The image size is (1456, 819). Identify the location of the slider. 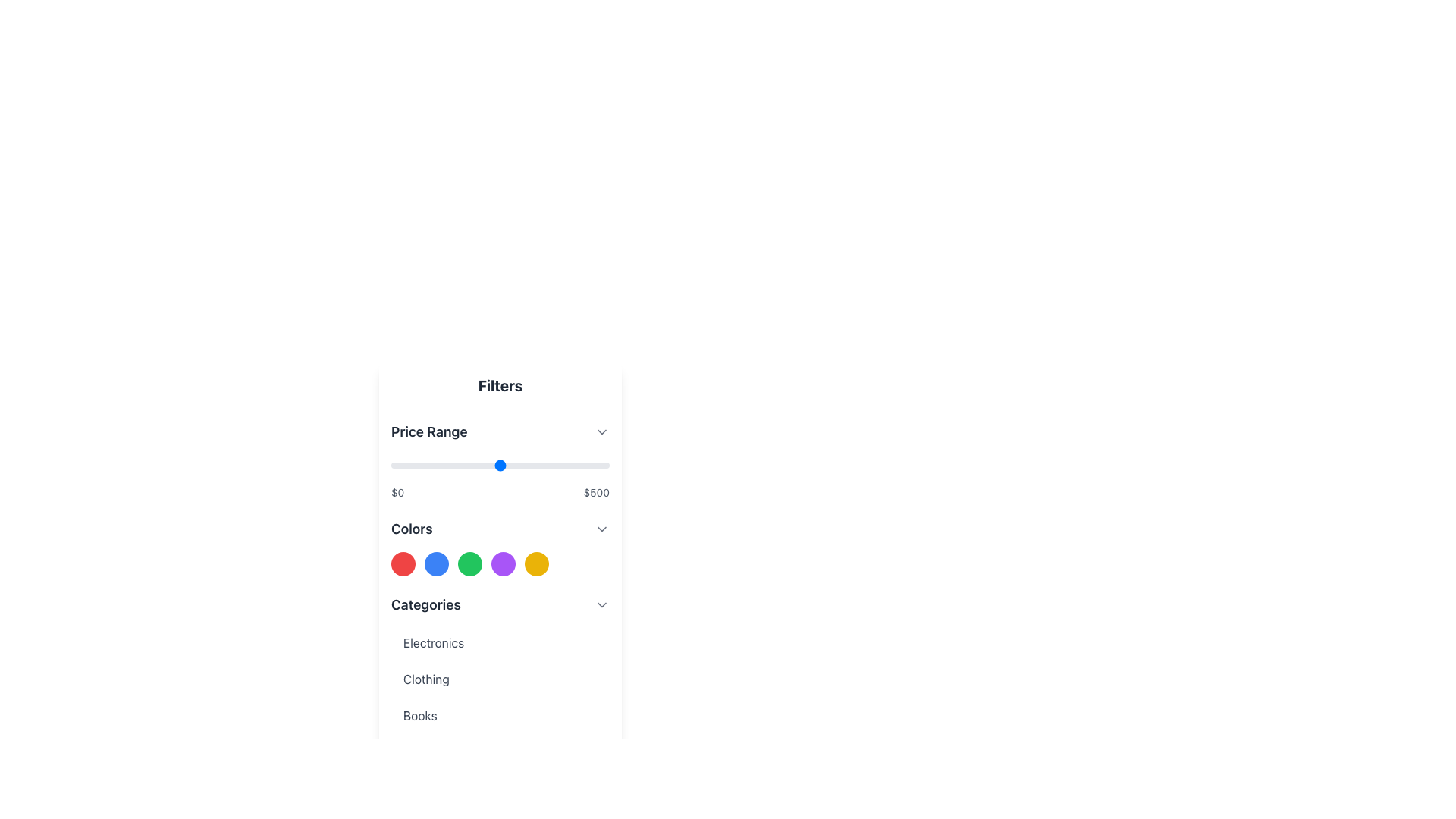
(561, 464).